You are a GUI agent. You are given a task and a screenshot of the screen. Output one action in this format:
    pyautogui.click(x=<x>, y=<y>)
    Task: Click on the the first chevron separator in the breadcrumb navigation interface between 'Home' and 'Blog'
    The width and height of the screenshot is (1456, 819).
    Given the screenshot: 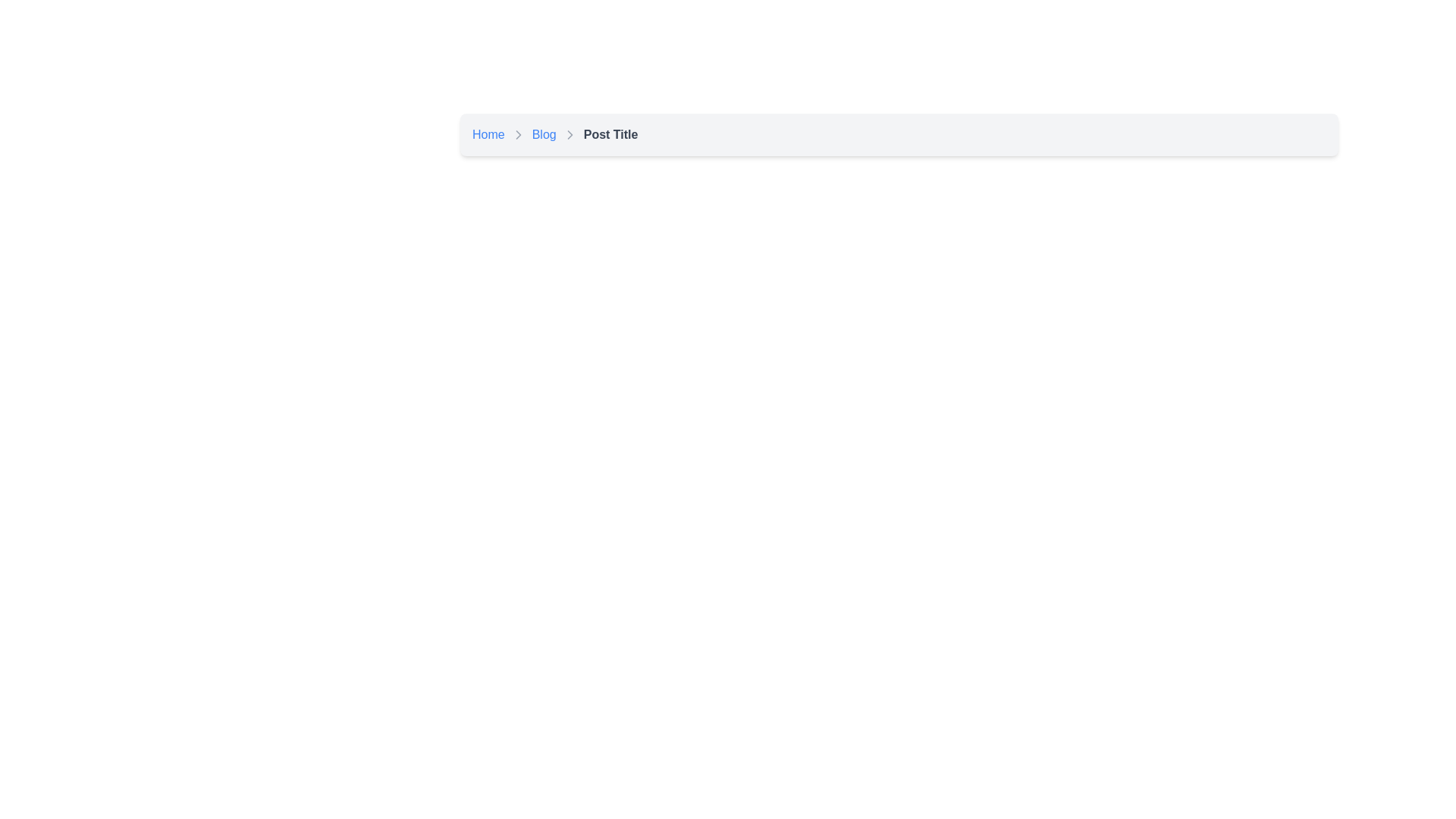 What is the action you would take?
    pyautogui.click(x=518, y=133)
    